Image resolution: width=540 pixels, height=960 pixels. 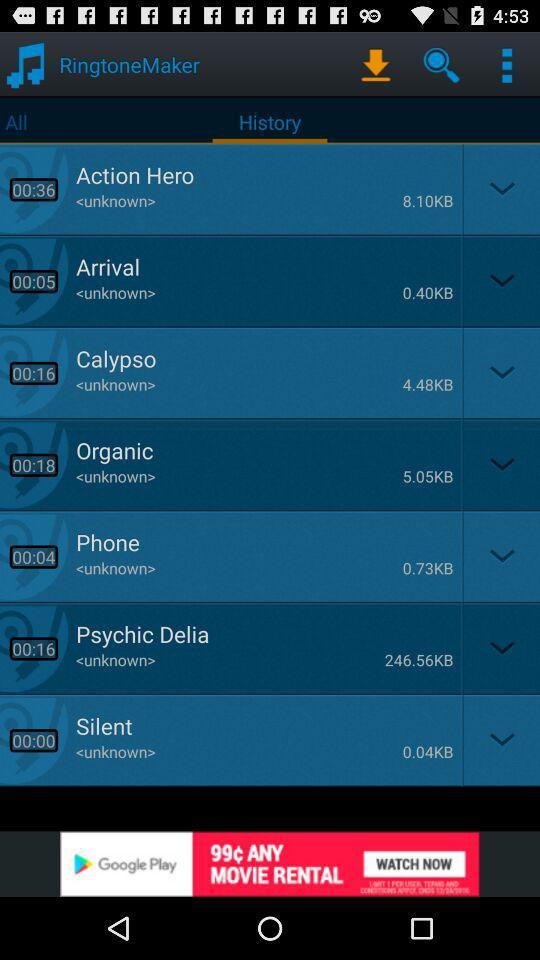 What do you see at coordinates (499, 556) in the screenshot?
I see `the fifth drop down option from top` at bounding box center [499, 556].